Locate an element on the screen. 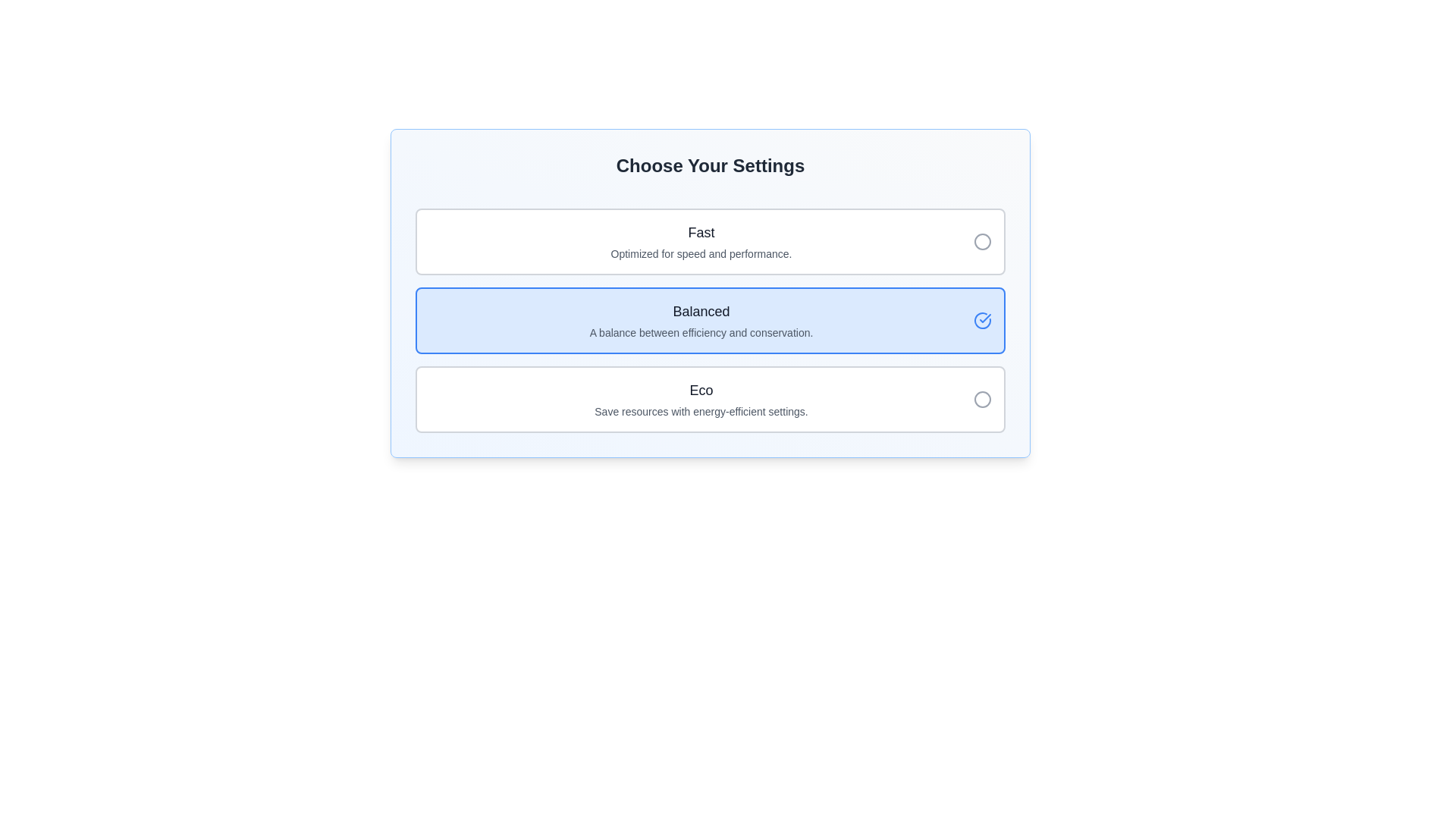 The width and height of the screenshot is (1456, 819). the Circular Indicator element labeled 'Eco' in the energy-saving settings menu, located on the far-right side of the option is located at coordinates (983, 399).